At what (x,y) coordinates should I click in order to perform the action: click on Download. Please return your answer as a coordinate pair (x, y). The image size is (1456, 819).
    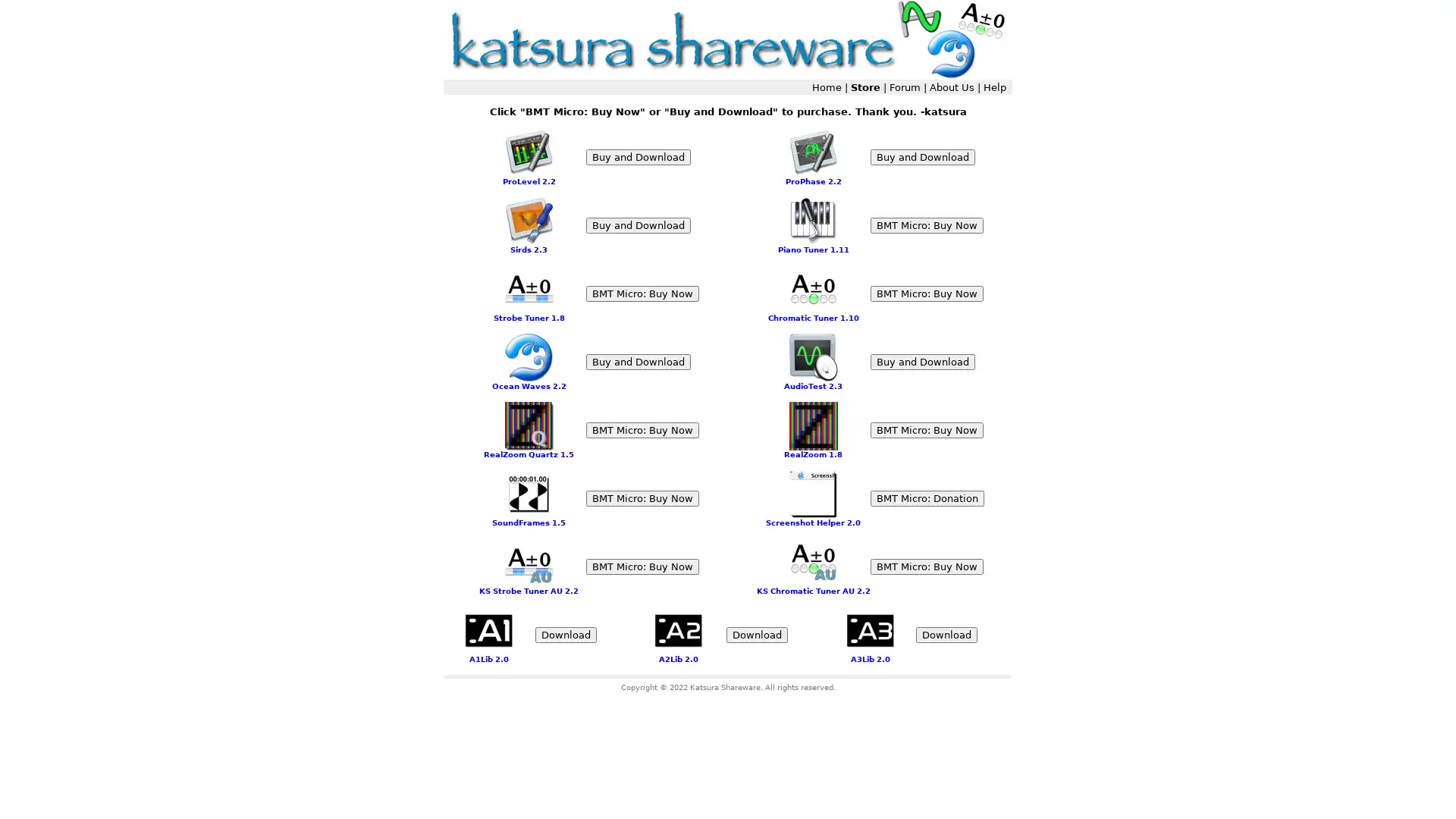
    Looking at the image, I should click on (756, 635).